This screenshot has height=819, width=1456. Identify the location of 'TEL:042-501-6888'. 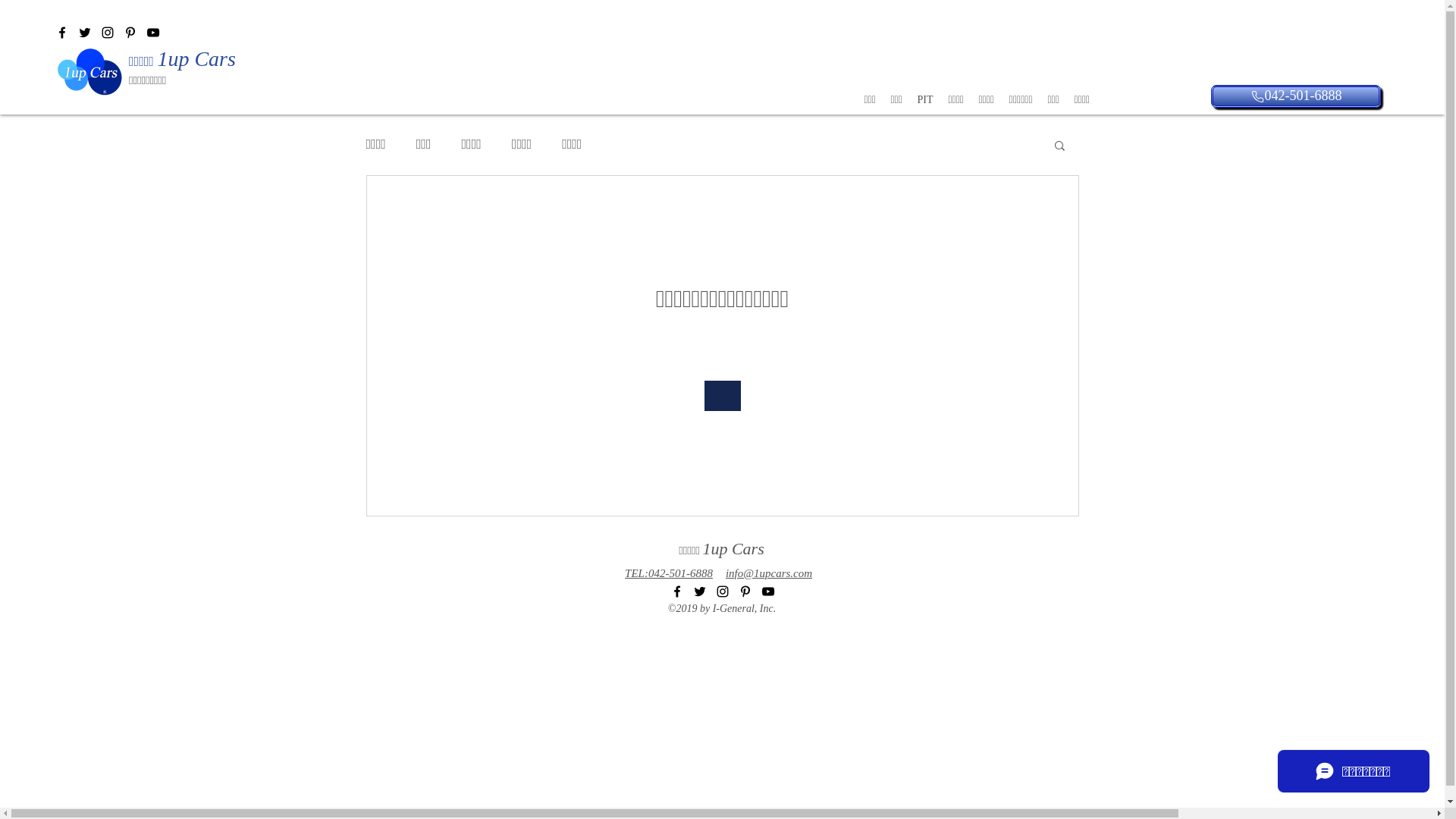
(668, 573).